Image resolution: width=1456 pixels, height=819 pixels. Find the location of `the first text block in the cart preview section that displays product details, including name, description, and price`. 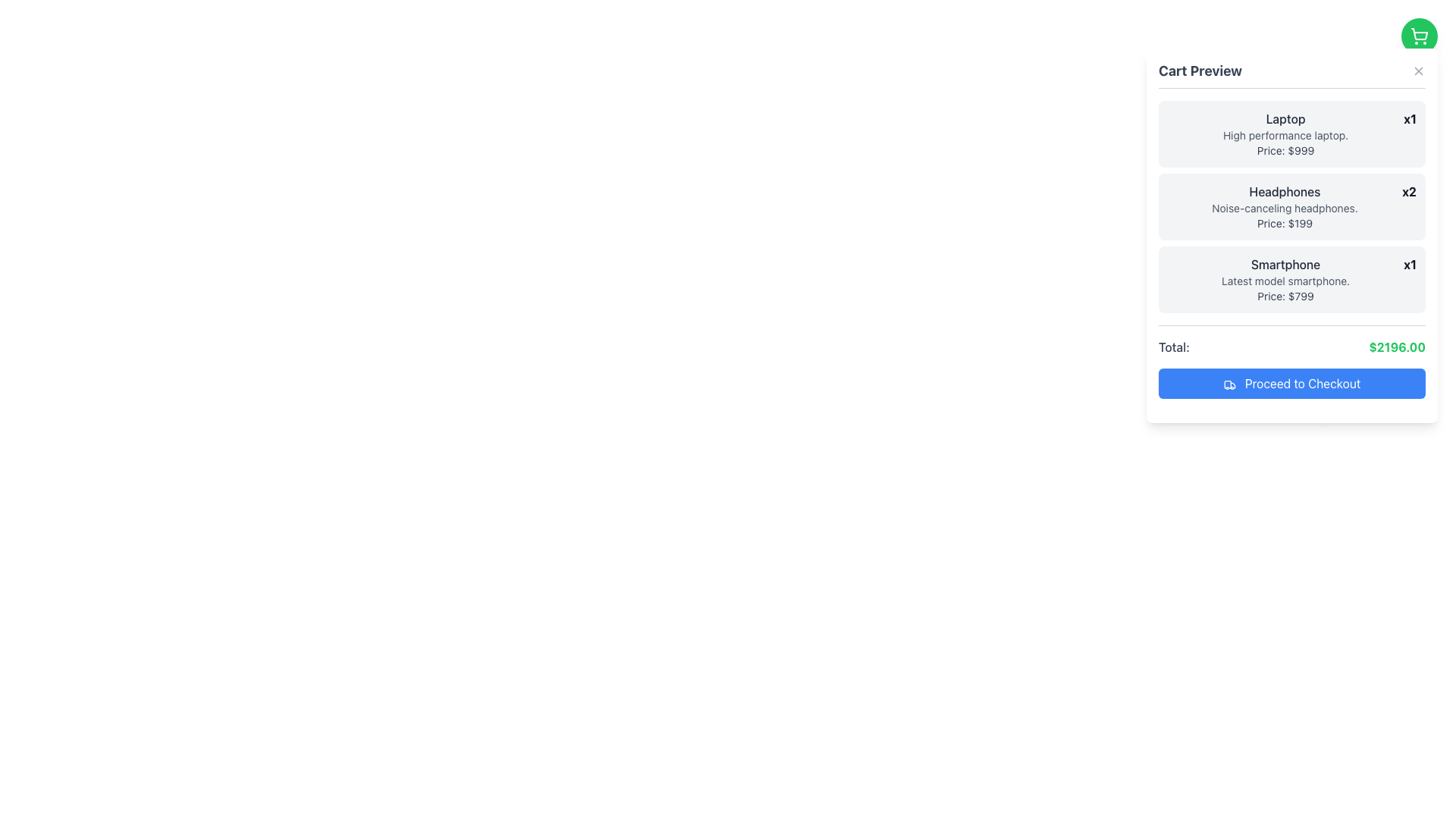

the first text block in the cart preview section that displays product details, including name, description, and price is located at coordinates (1285, 133).